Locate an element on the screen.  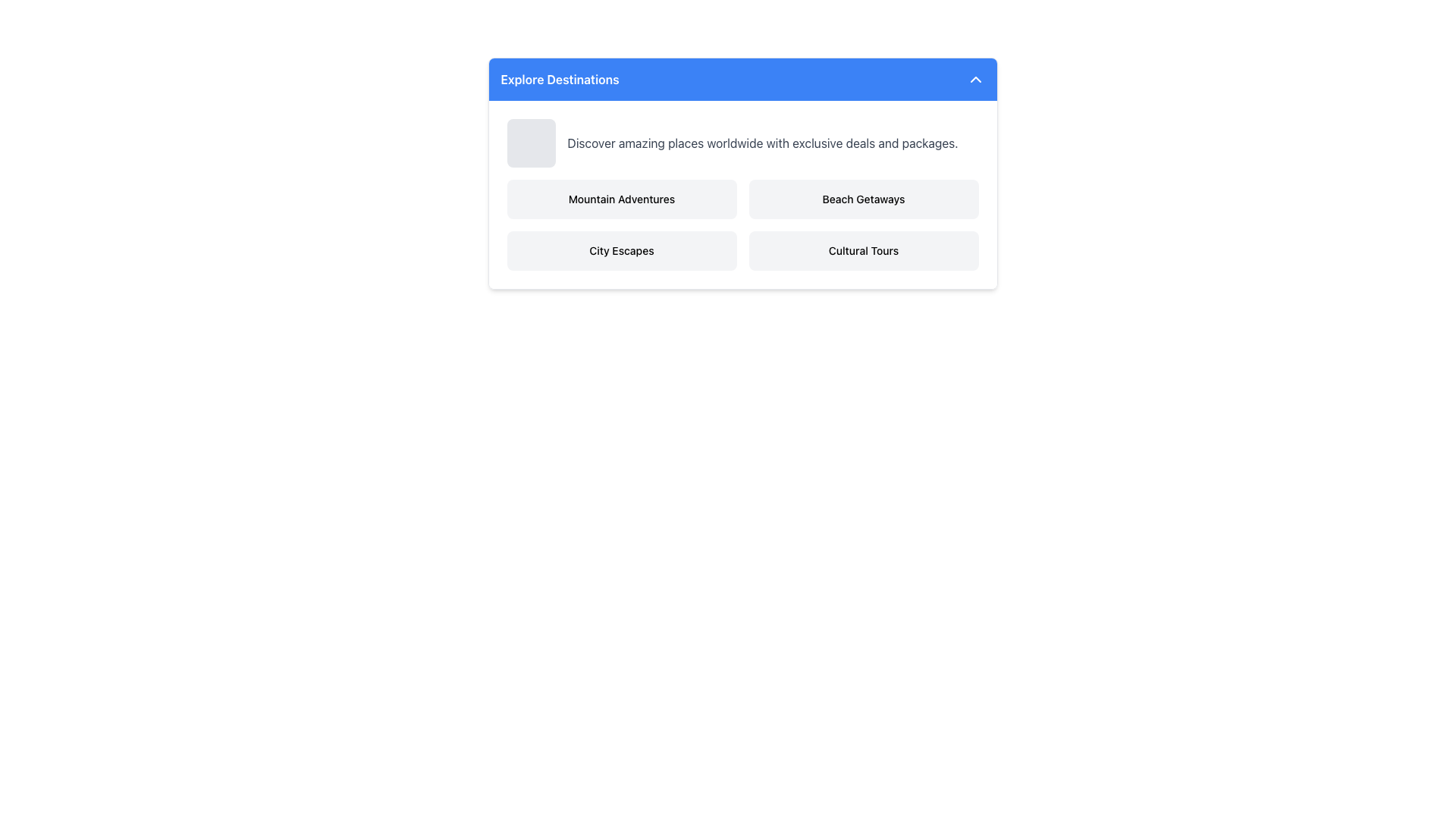
text content of the Text Label that indicates the function or purpose of an interactive section related to exploring destinations is located at coordinates (559, 79).